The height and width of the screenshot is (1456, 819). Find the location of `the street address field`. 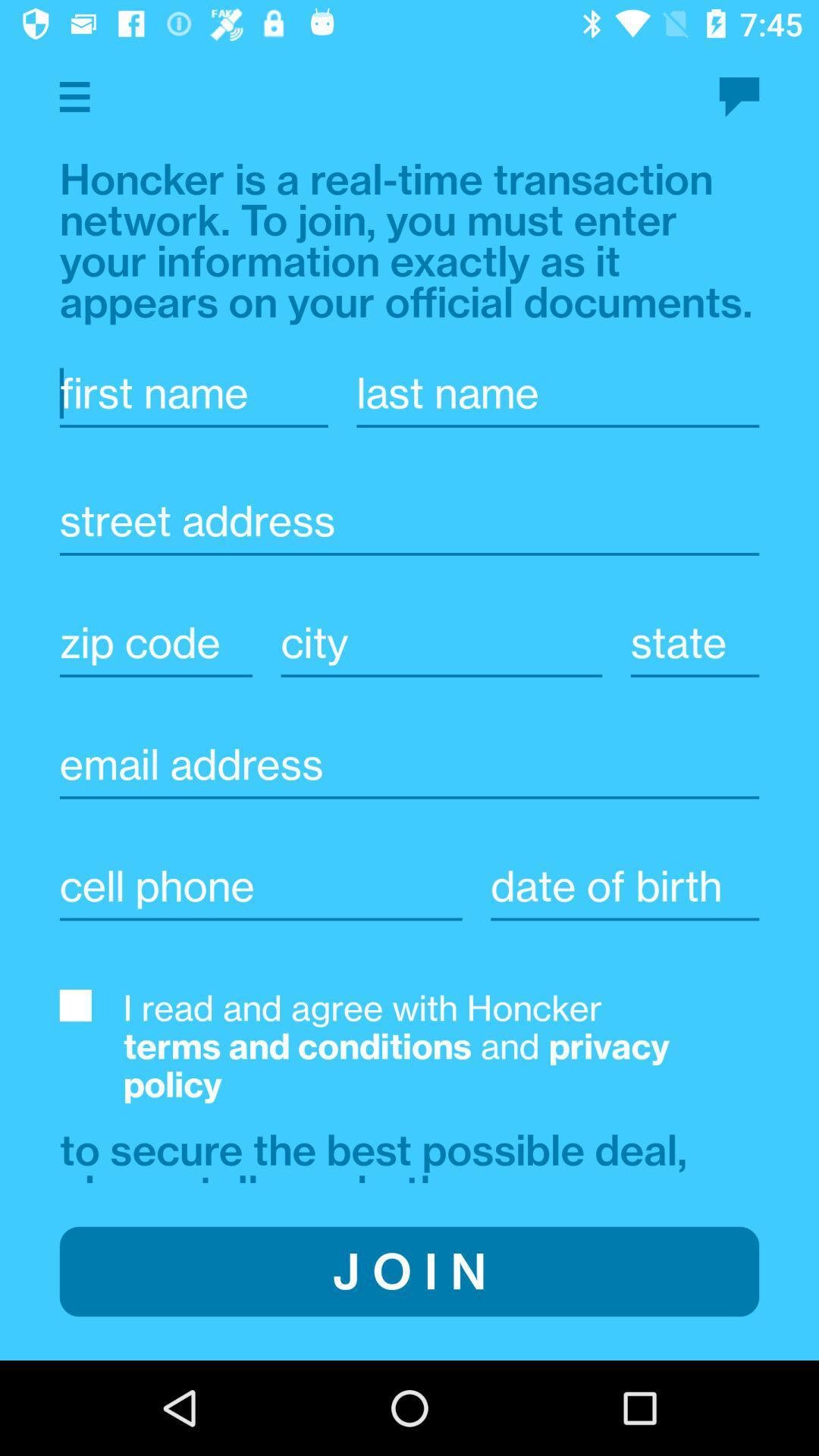

the street address field is located at coordinates (409, 546).